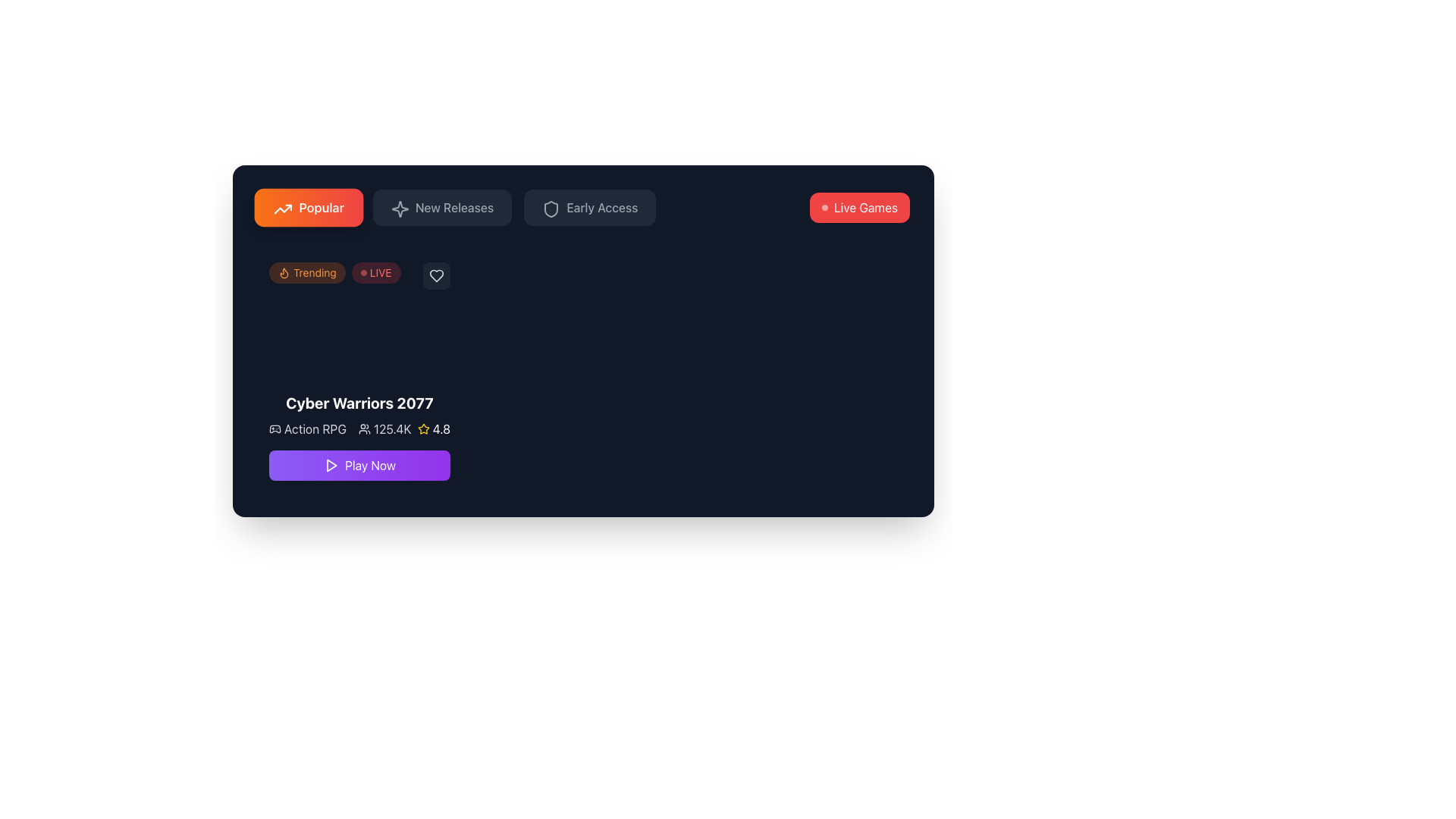 The height and width of the screenshot is (819, 1456). I want to click on the 'Popular' button, which is the first button in a group with a gradient background from orange to red and an upward trending arrow icon, so click(308, 207).